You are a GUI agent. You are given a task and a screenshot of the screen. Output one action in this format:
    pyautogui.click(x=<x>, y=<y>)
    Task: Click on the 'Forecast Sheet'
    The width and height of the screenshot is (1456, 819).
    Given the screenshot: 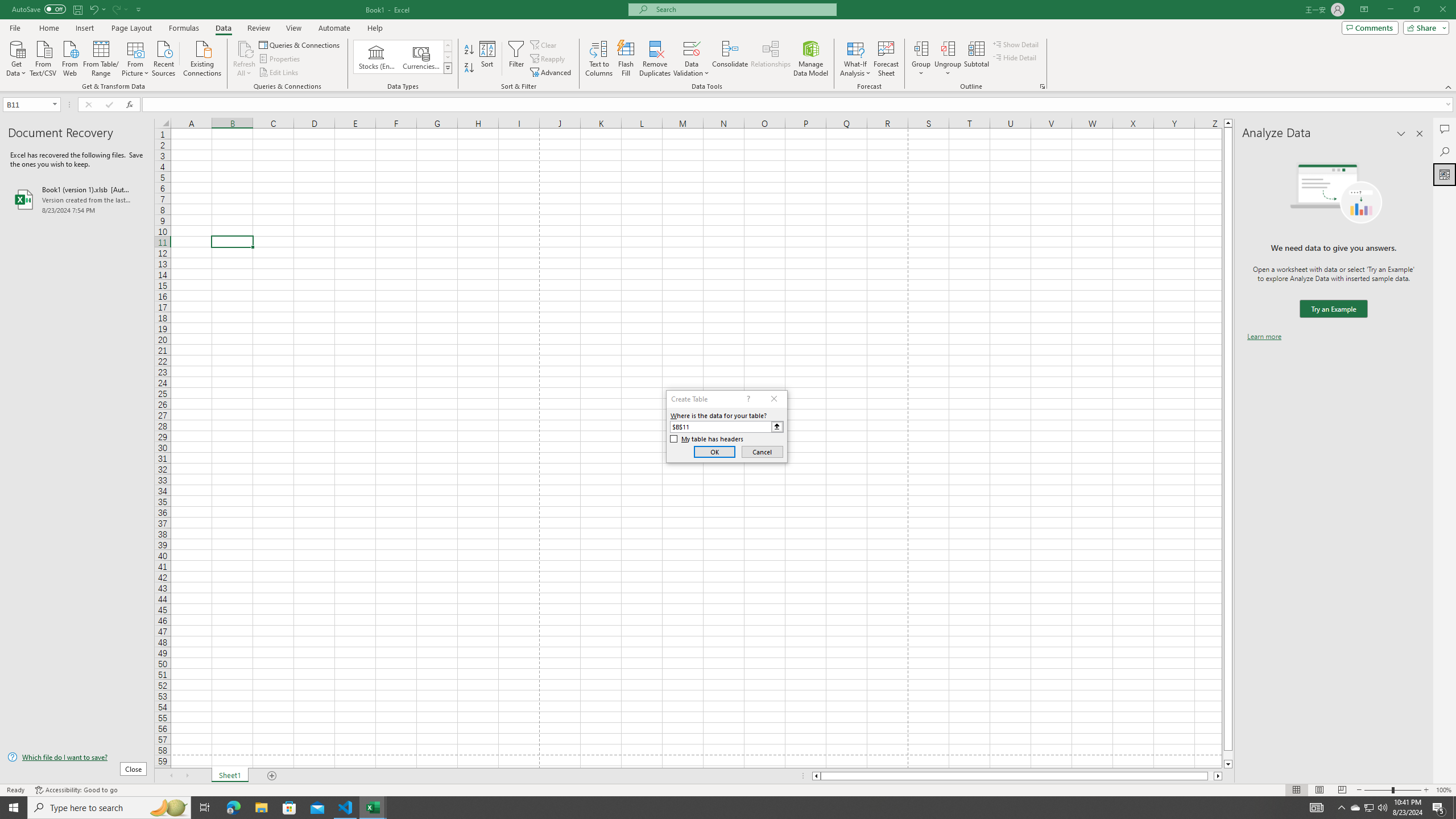 What is the action you would take?
    pyautogui.click(x=886, y=59)
    